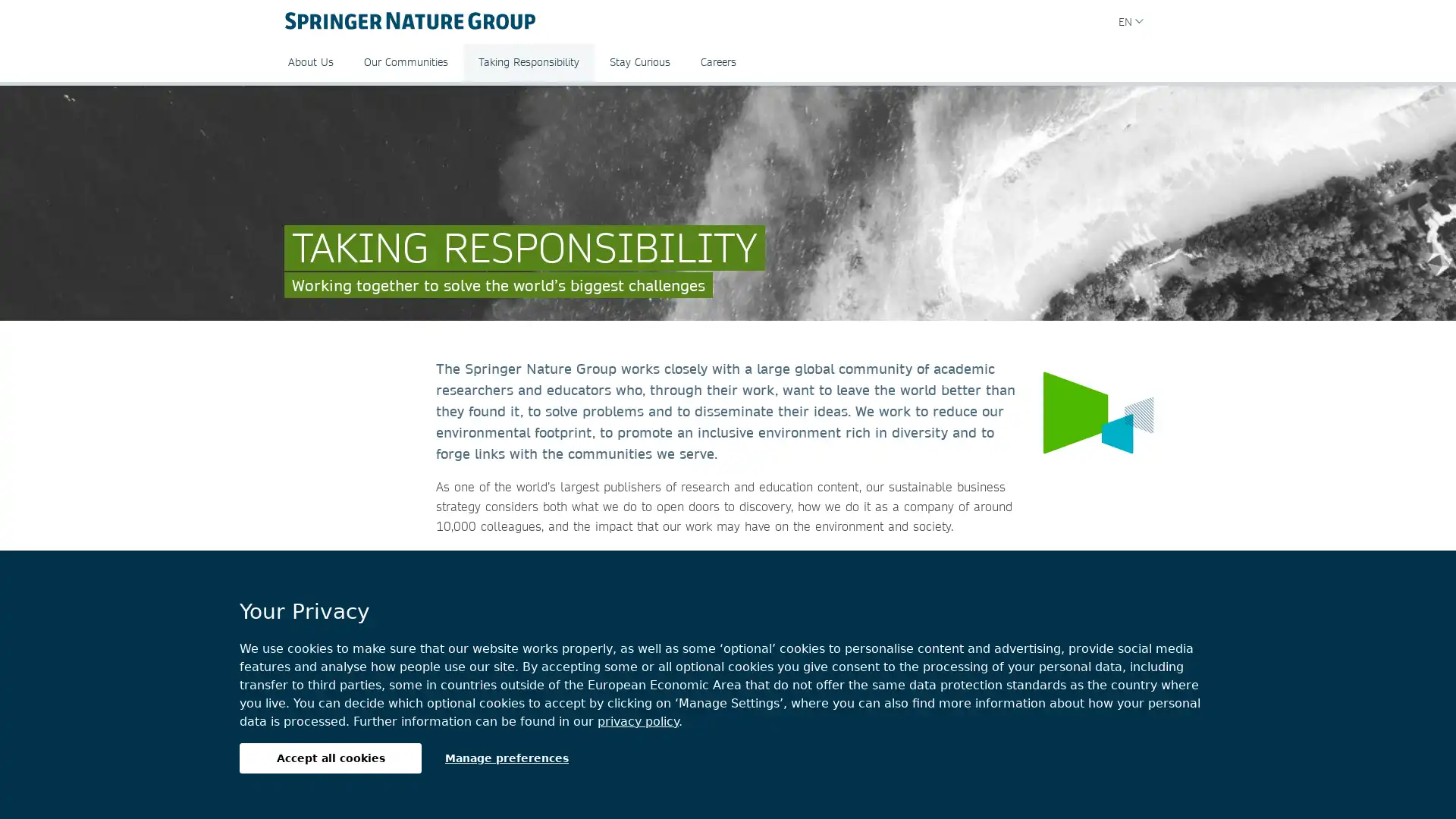  Describe the element at coordinates (330, 758) in the screenshot. I see `Accept all cookies` at that location.